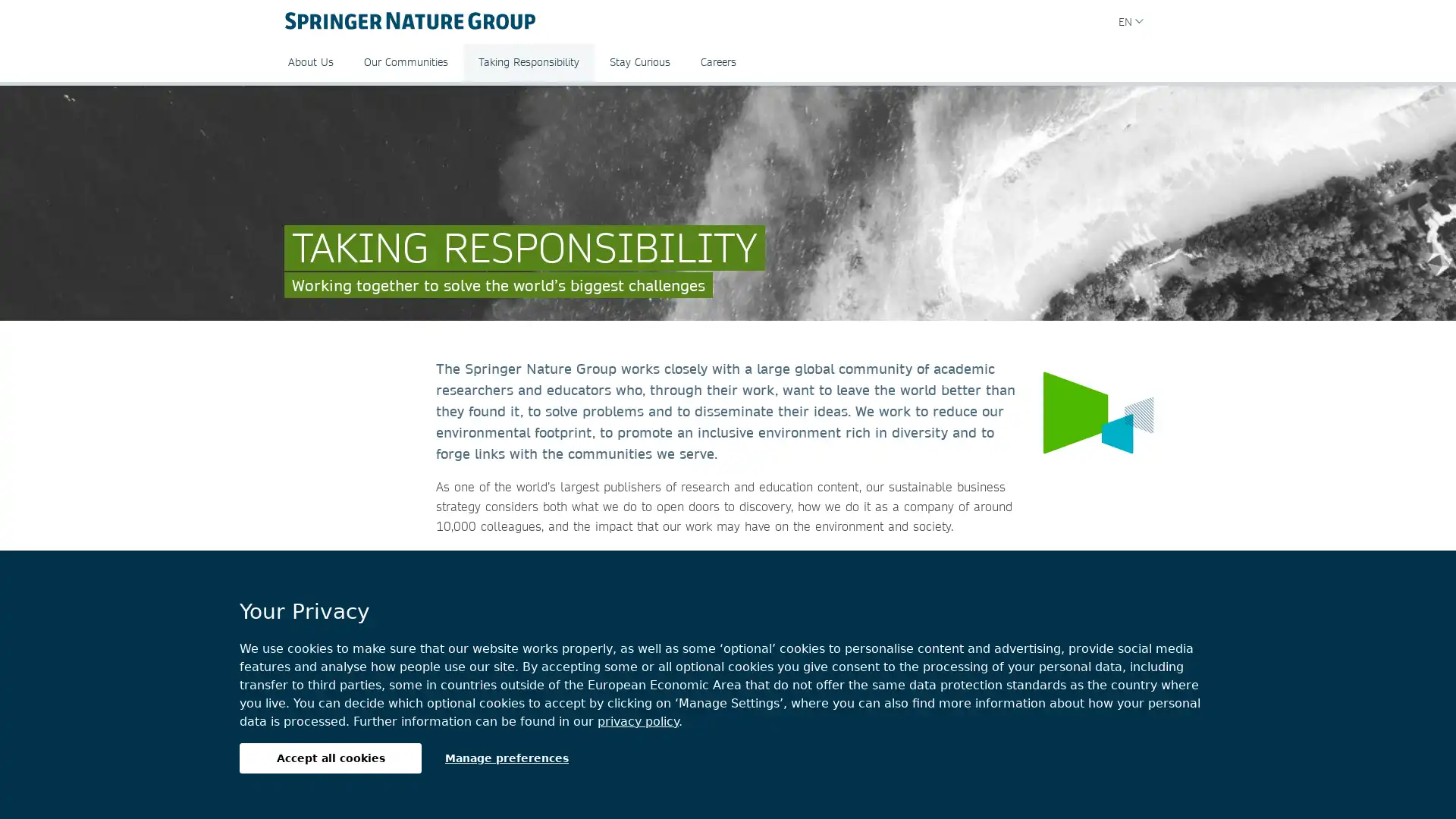  Describe the element at coordinates (330, 758) in the screenshot. I see `Accept all cookies` at that location.